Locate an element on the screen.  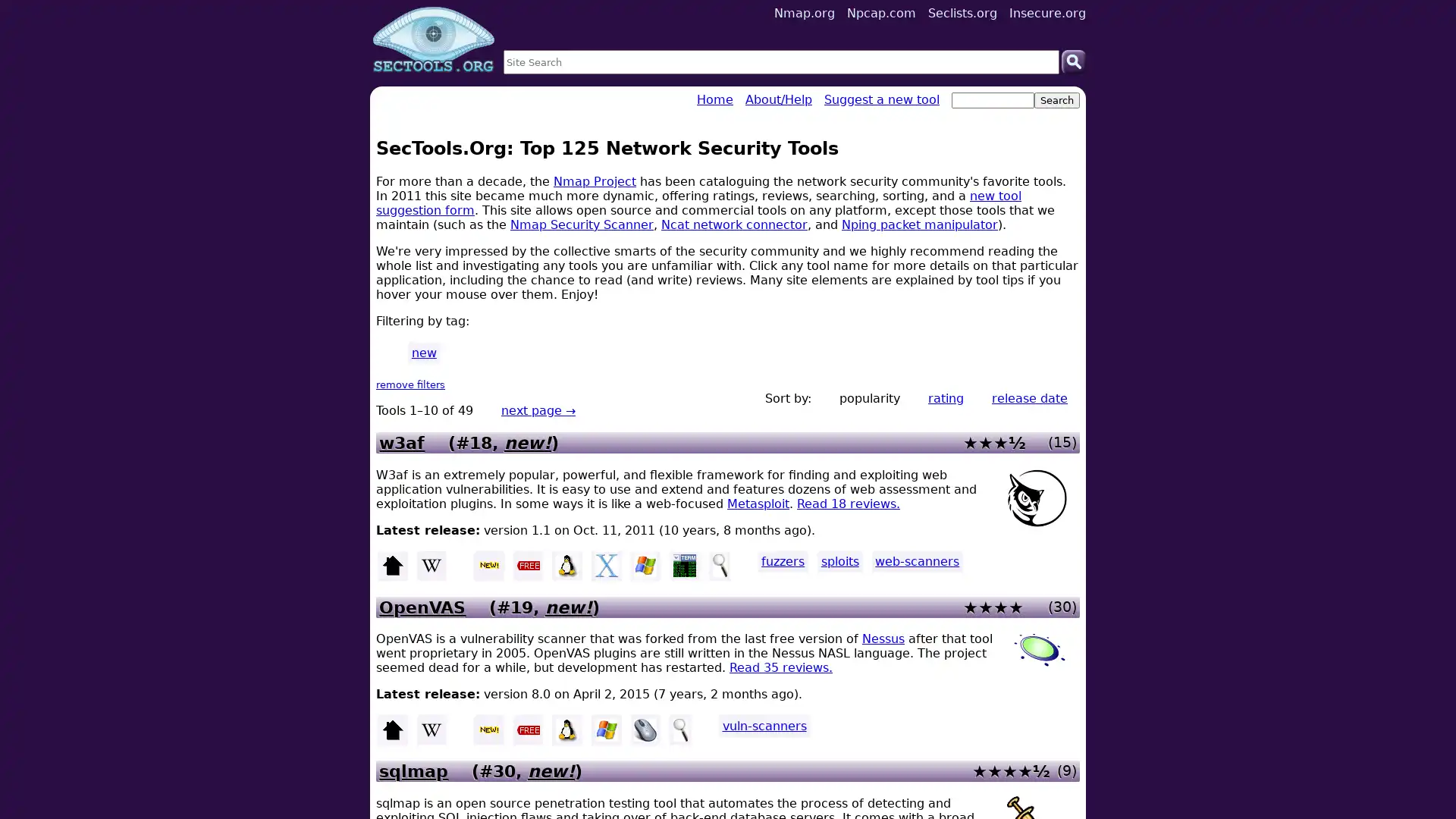
Search is located at coordinates (1056, 100).